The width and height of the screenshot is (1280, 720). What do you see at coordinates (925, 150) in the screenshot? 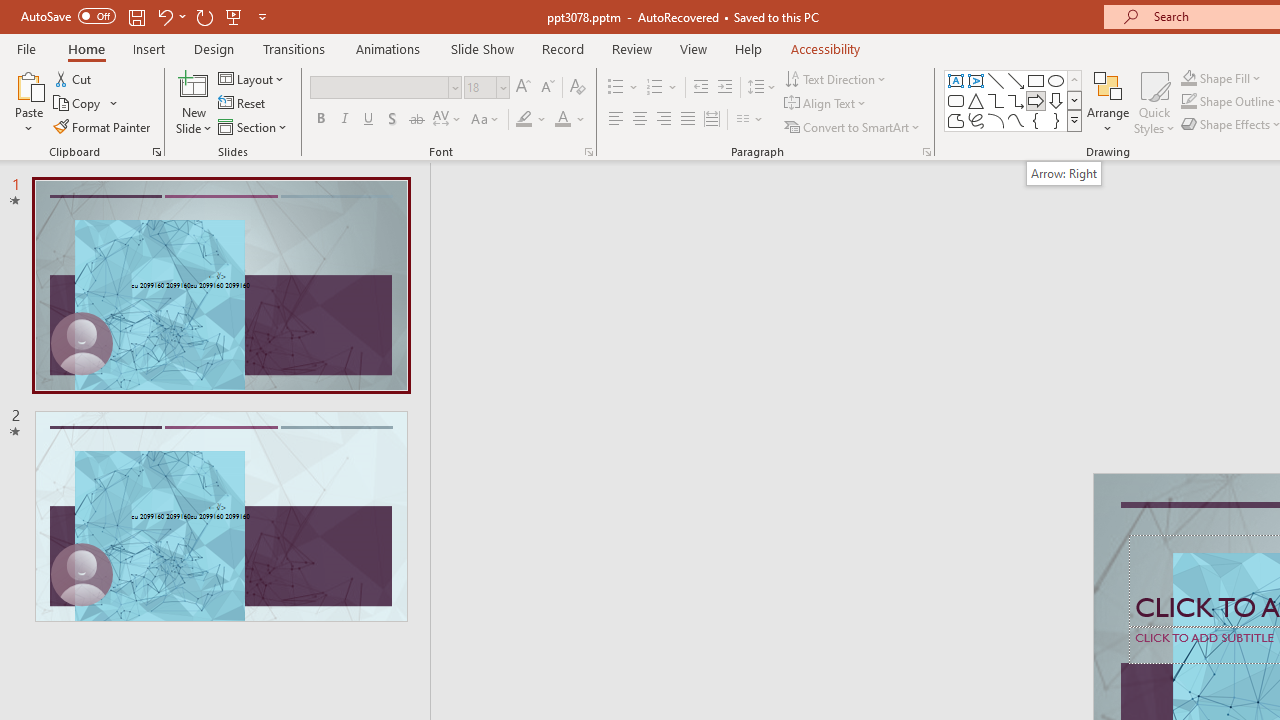
I see `'Paragraph...'` at bounding box center [925, 150].